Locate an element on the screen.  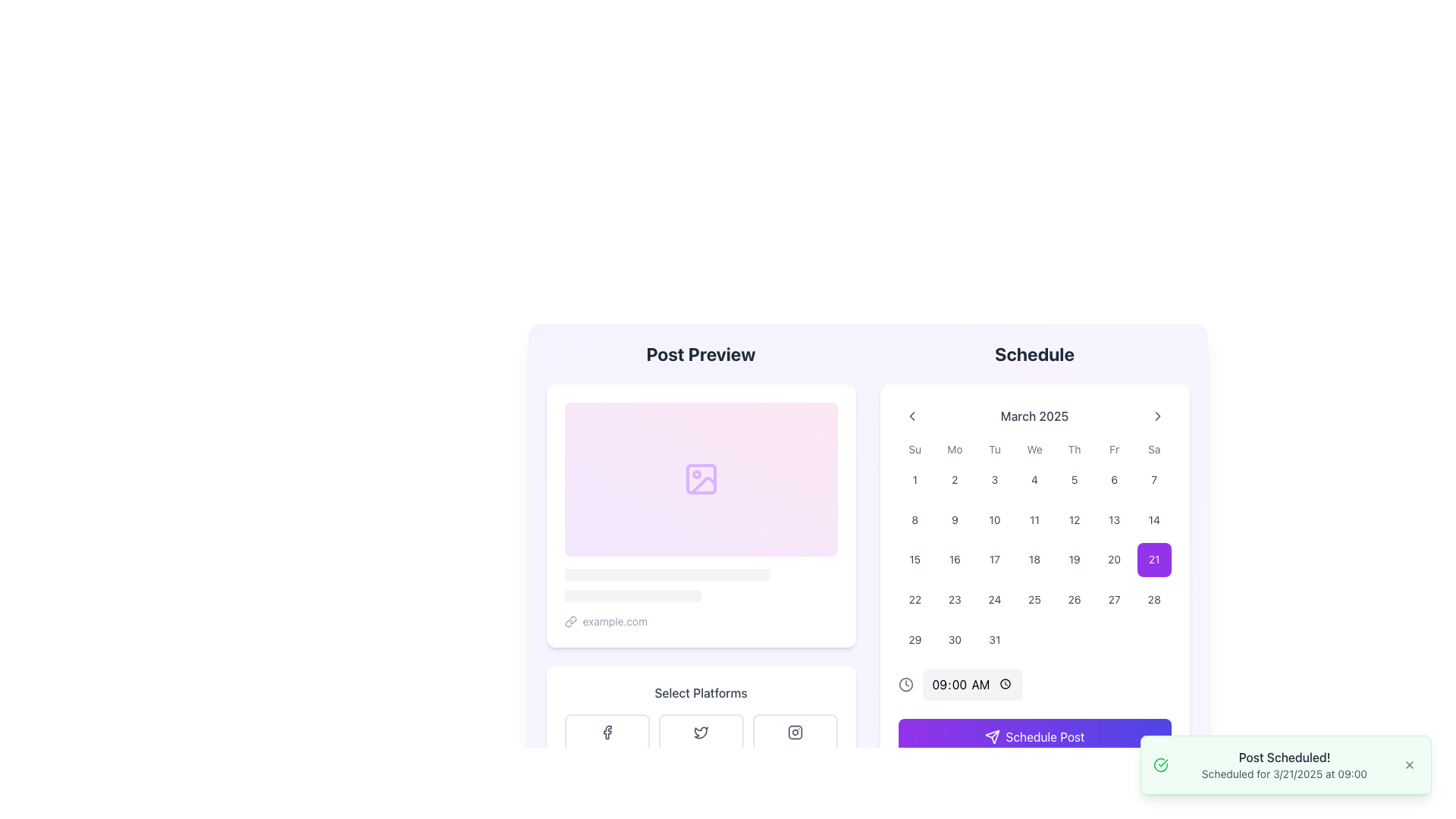
the Interactive panel with icons located below the 'Post Preview' section and above the schedule input form is located at coordinates (700, 717).